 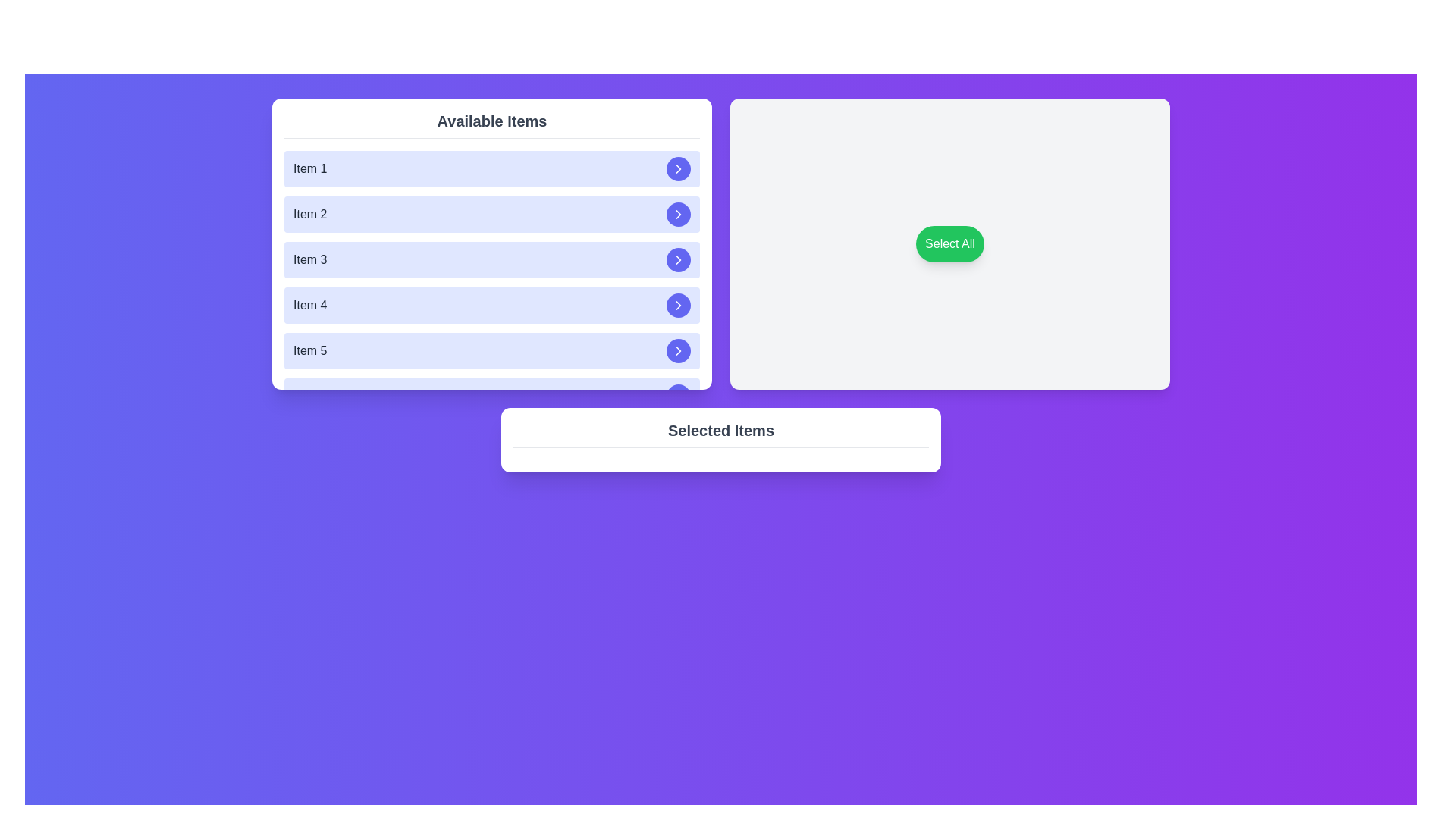 I want to click on on 'Item 5' in the 'Available Items' list for focused interaction, so click(x=491, y=350).